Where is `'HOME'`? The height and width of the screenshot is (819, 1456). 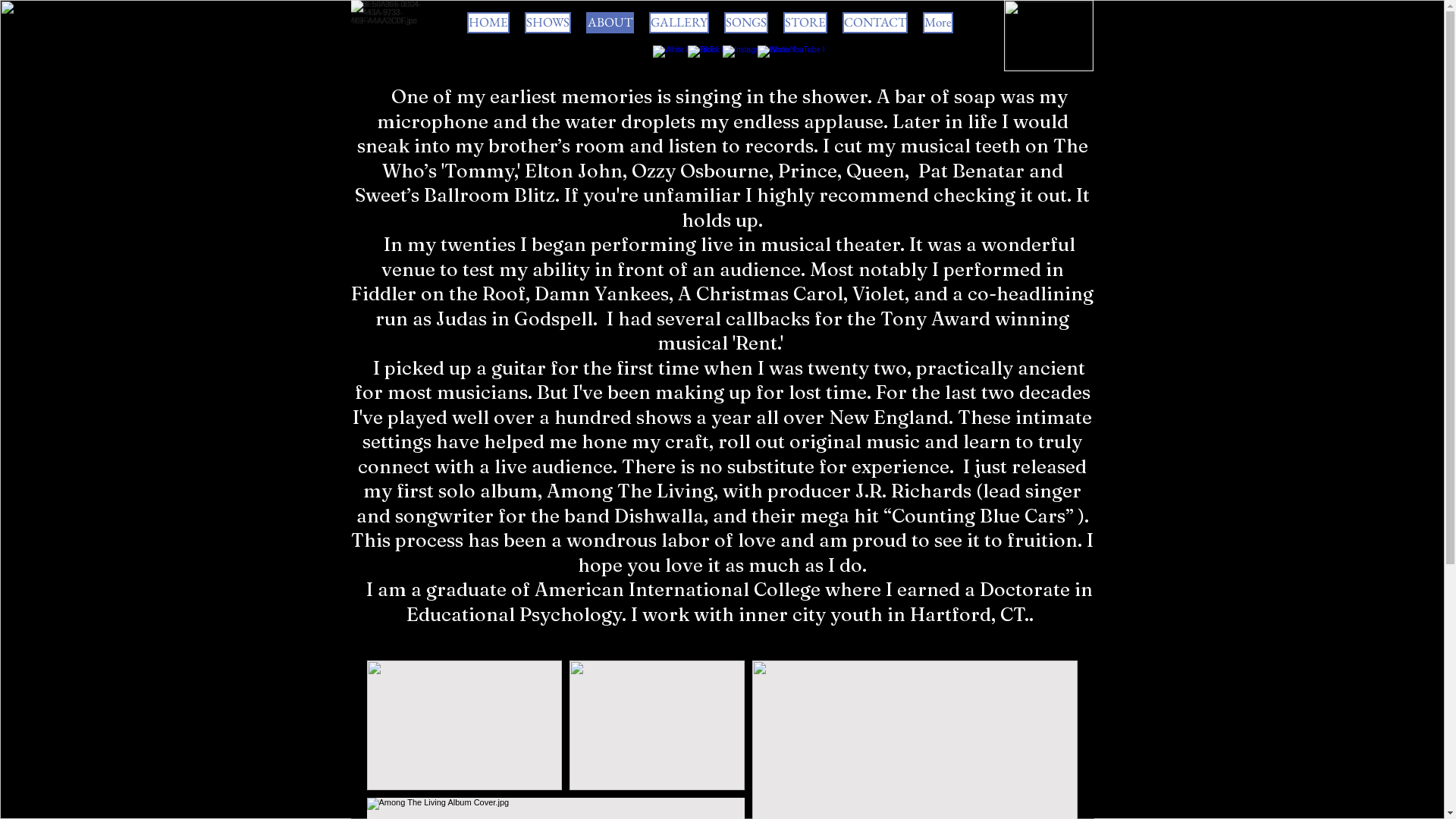
'HOME' is located at coordinates (466, 23).